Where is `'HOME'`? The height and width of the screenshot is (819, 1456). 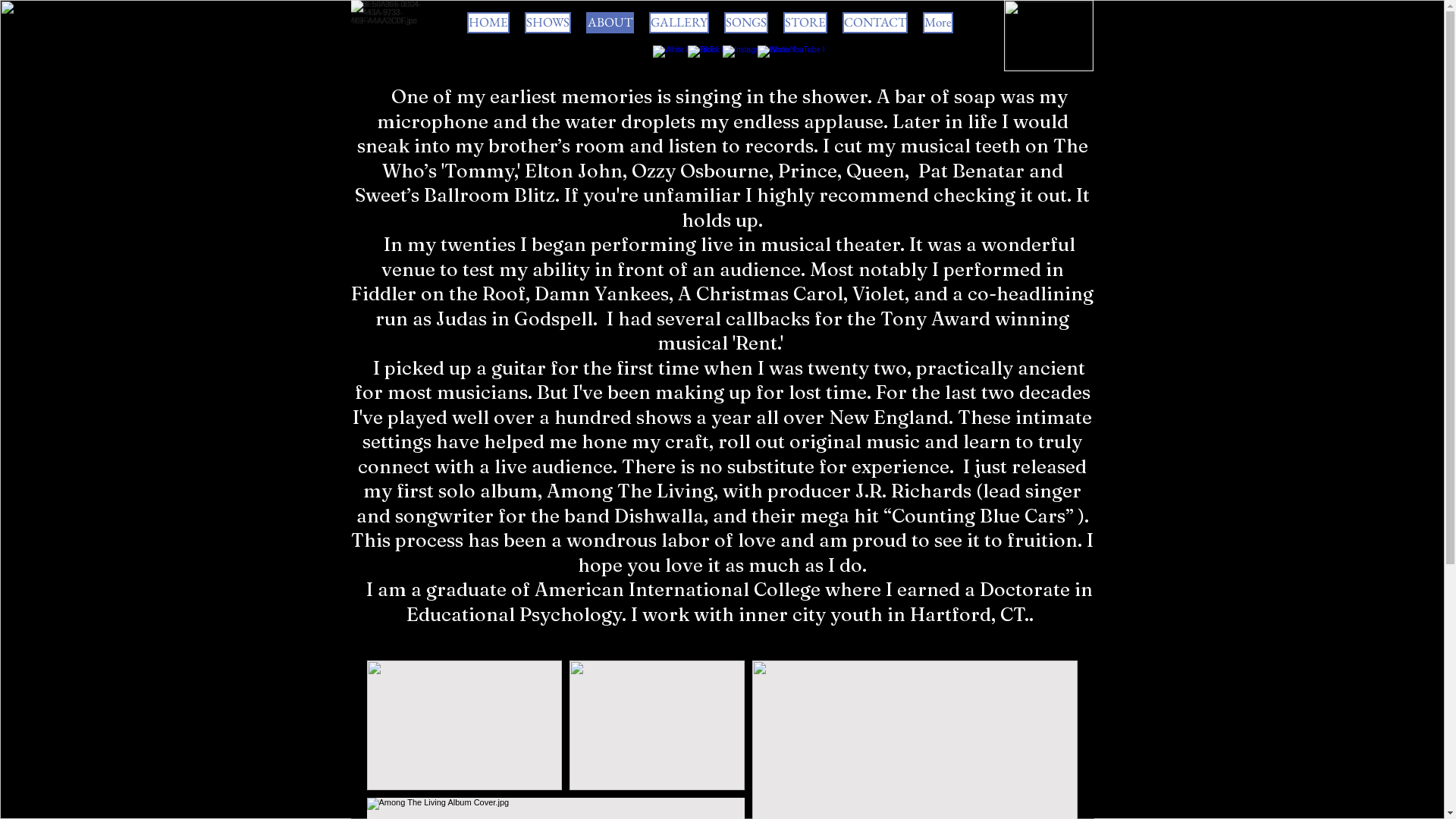
'HOME' is located at coordinates (466, 23).